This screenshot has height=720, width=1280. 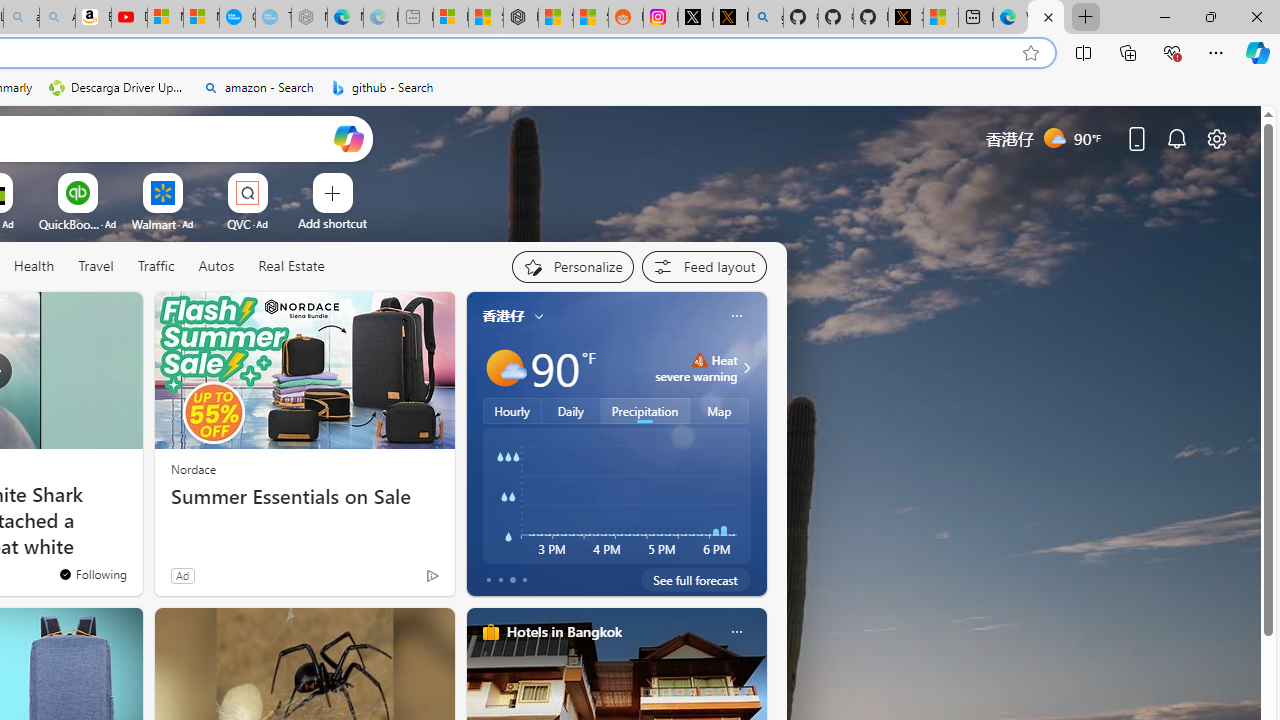 I want to click on 'Hourly', so click(x=512, y=410).